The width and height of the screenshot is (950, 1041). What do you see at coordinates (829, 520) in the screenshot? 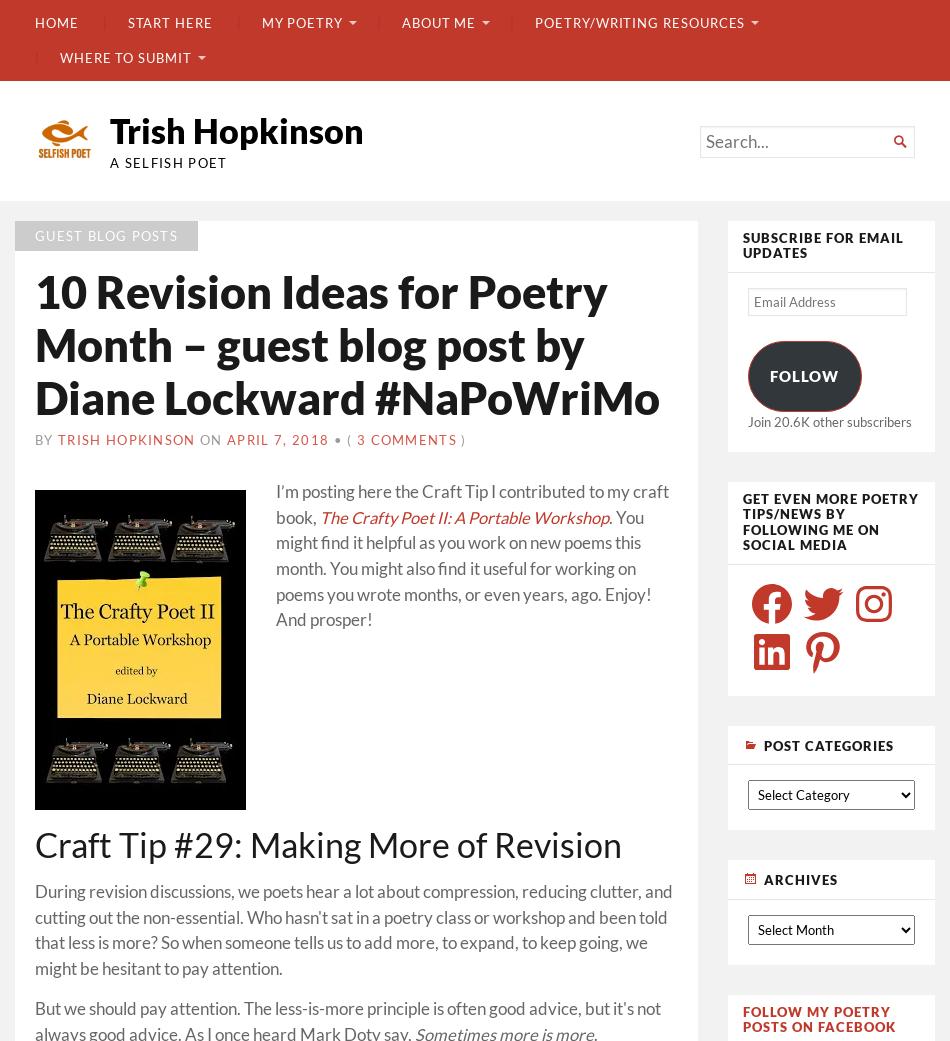
I see `'Get even more poetry tips/news by following me on social media'` at bounding box center [829, 520].